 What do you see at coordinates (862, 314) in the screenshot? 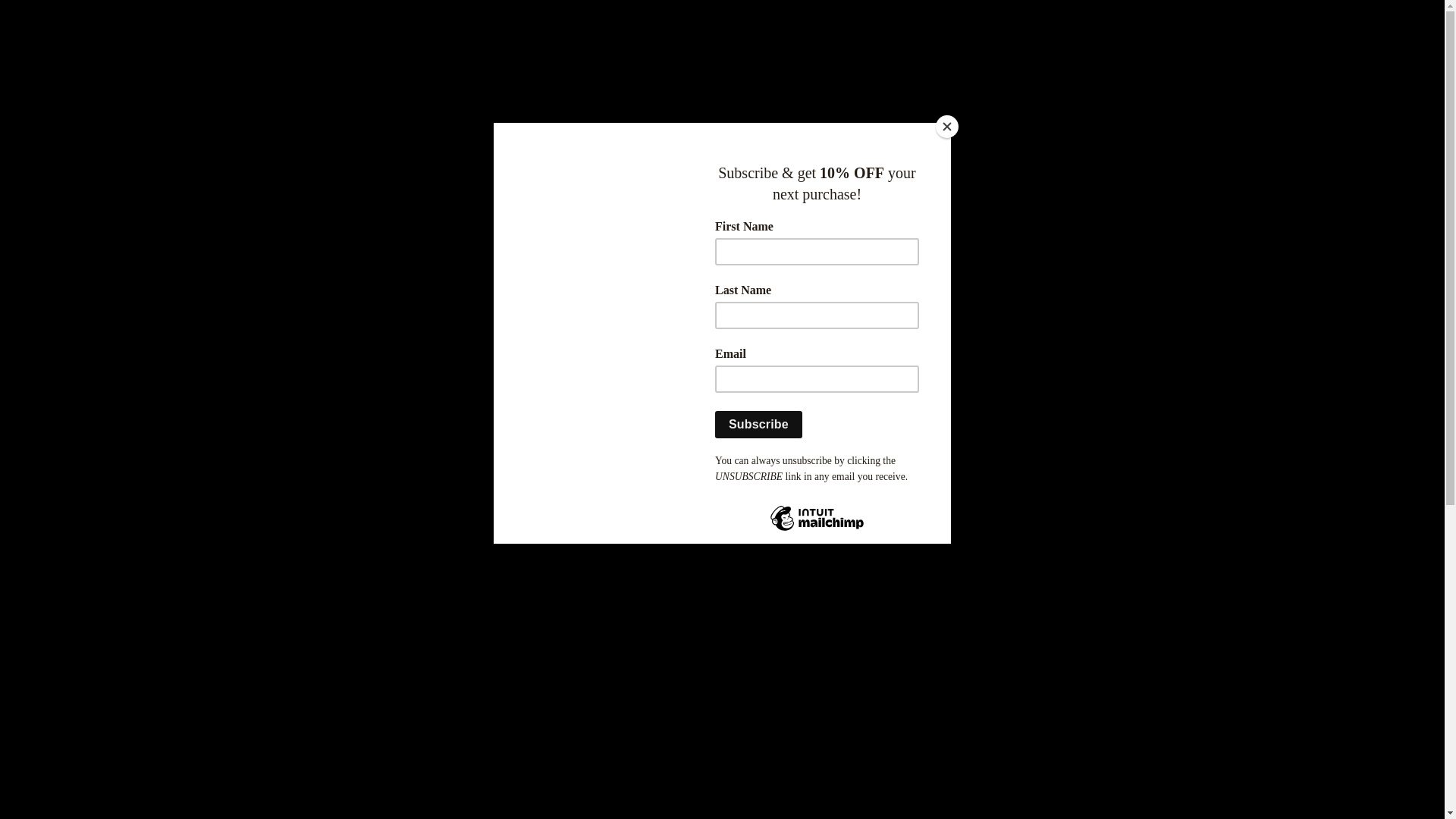
I see `'ABOUT'` at bounding box center [862, 314].